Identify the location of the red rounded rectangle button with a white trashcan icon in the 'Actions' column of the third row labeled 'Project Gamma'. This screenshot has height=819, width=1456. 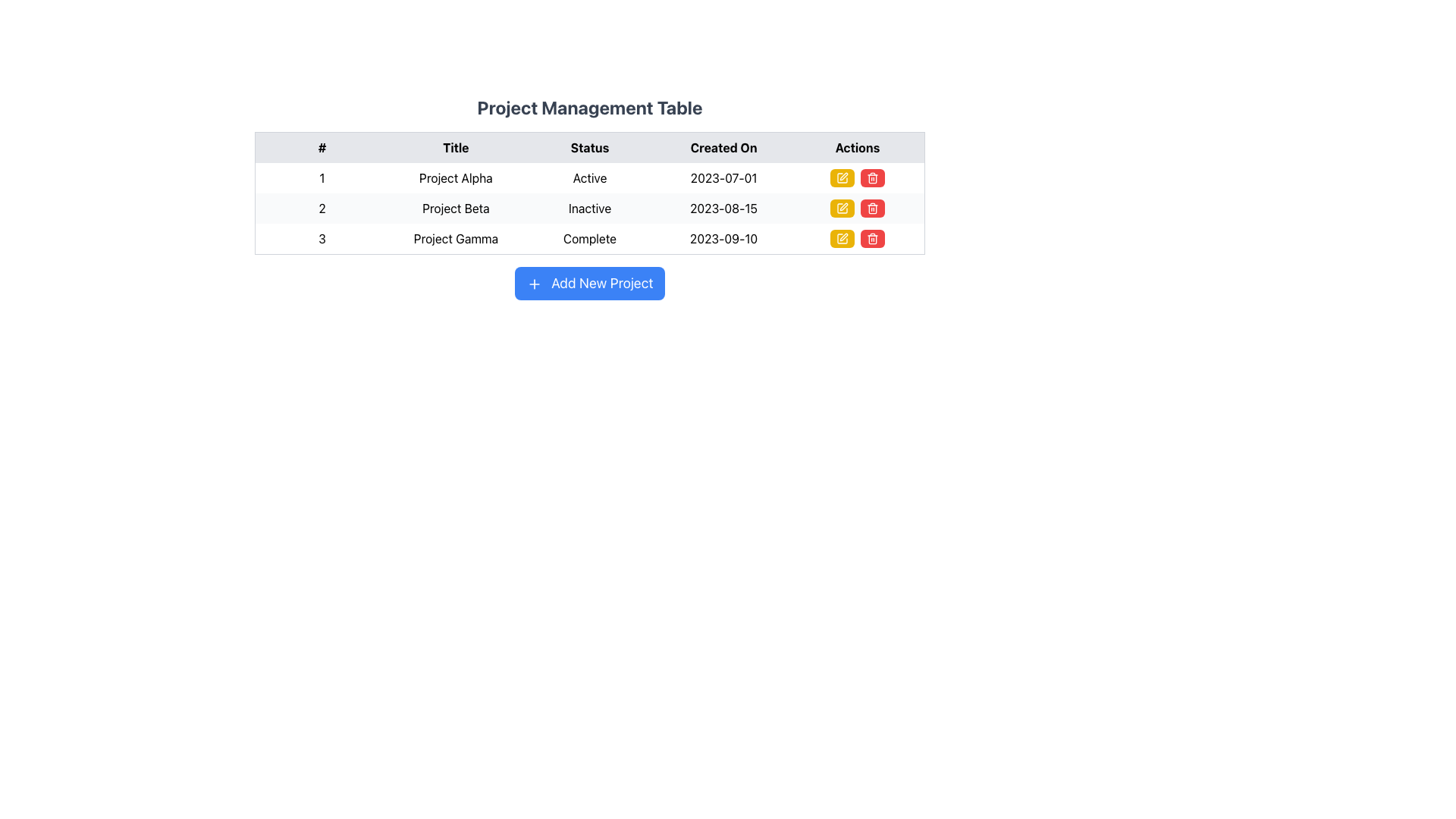
(872, 239).